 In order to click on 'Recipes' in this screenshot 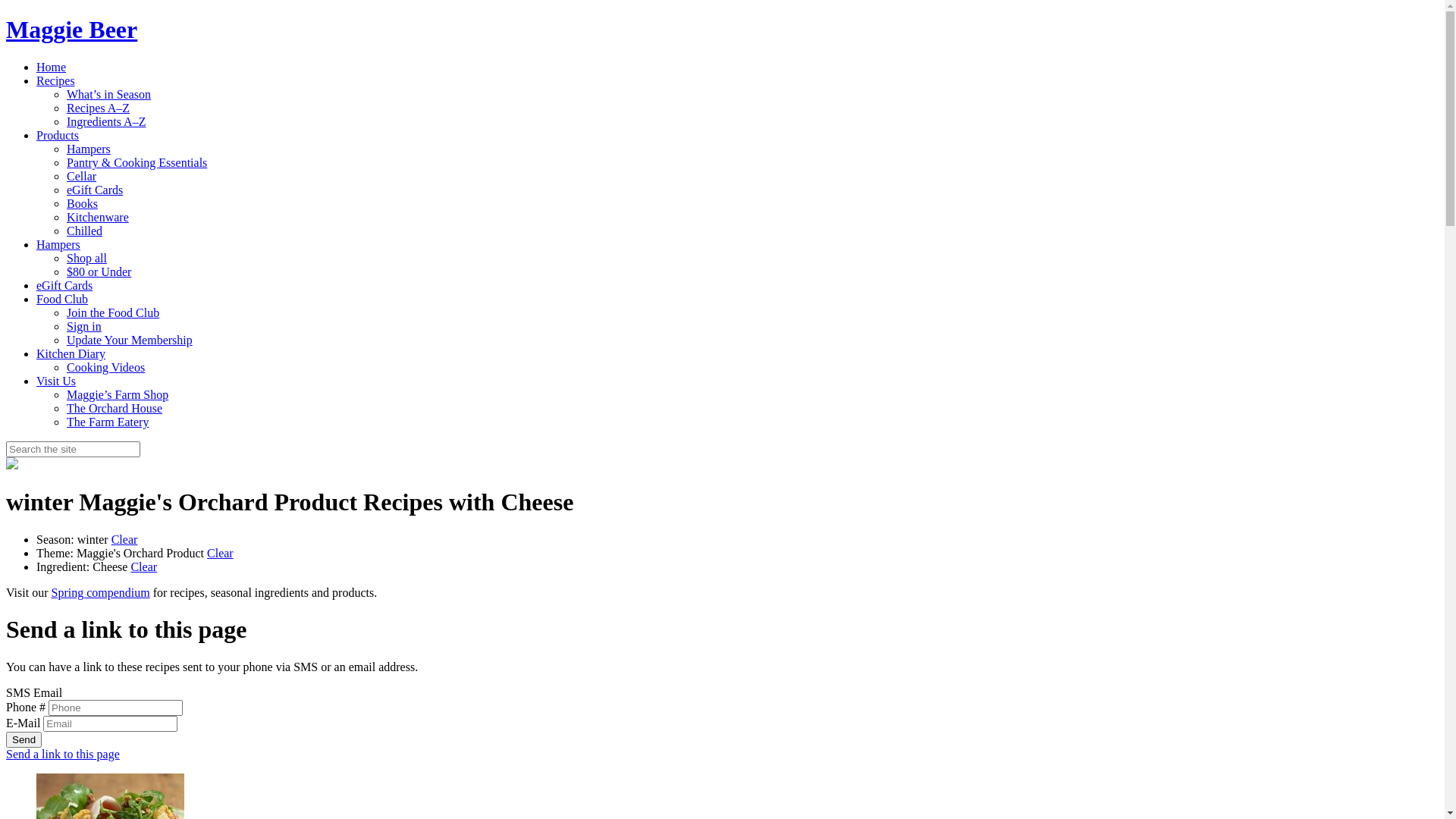, I will do `click(36, 80)`.